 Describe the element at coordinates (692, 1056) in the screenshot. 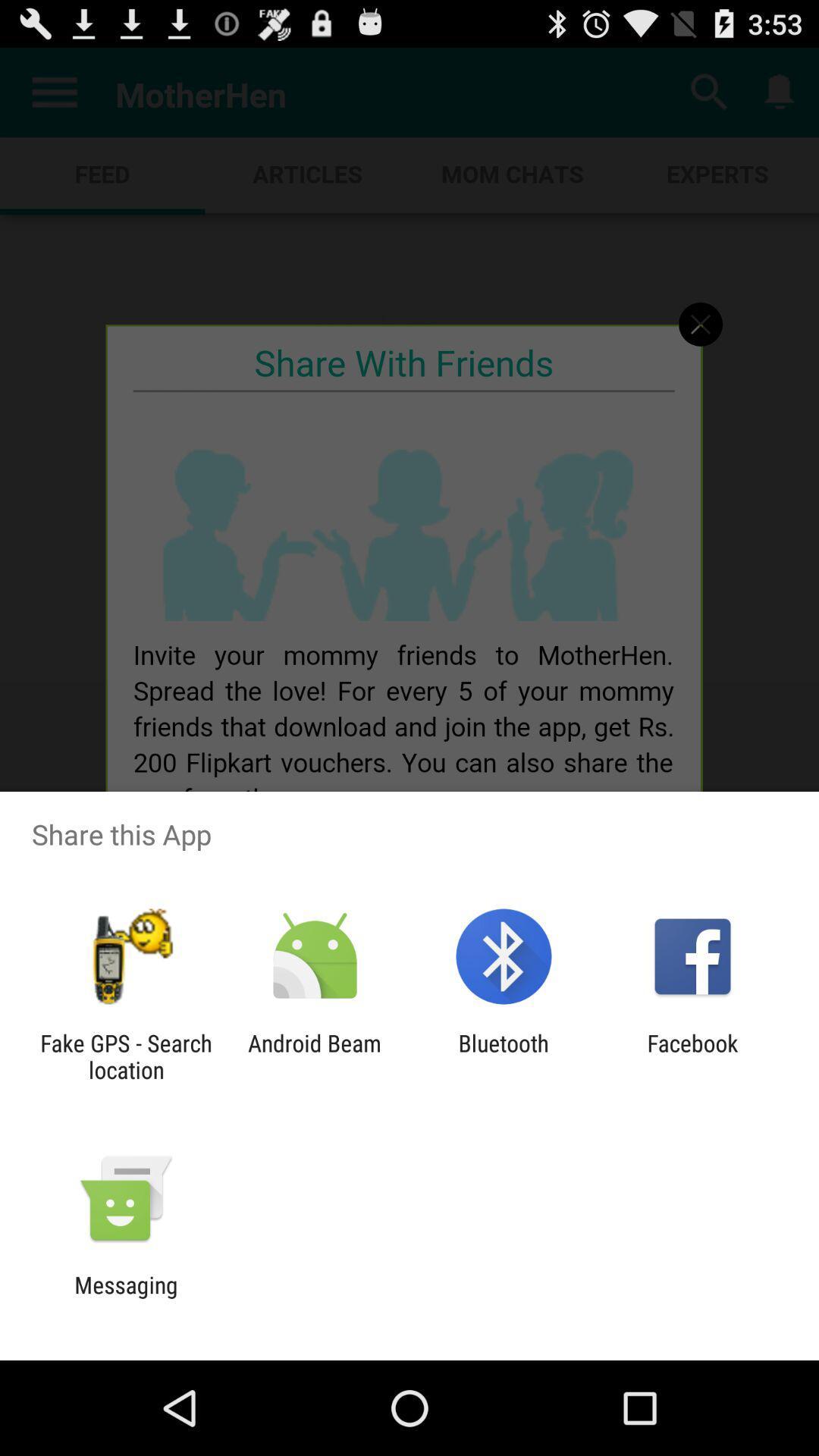

I see `facebook item` at that location.